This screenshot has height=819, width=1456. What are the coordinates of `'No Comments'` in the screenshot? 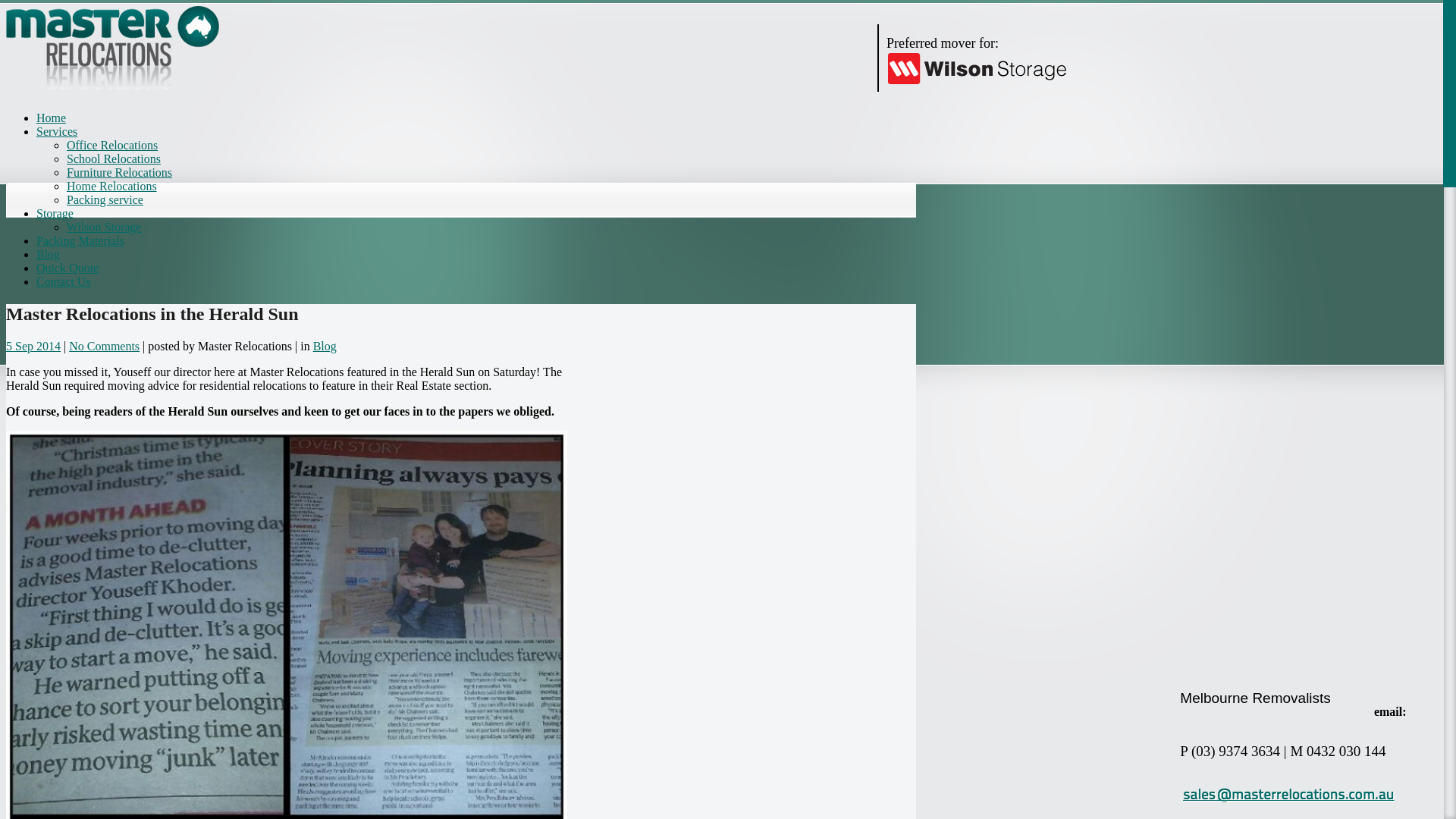 It's located at (103, 346).